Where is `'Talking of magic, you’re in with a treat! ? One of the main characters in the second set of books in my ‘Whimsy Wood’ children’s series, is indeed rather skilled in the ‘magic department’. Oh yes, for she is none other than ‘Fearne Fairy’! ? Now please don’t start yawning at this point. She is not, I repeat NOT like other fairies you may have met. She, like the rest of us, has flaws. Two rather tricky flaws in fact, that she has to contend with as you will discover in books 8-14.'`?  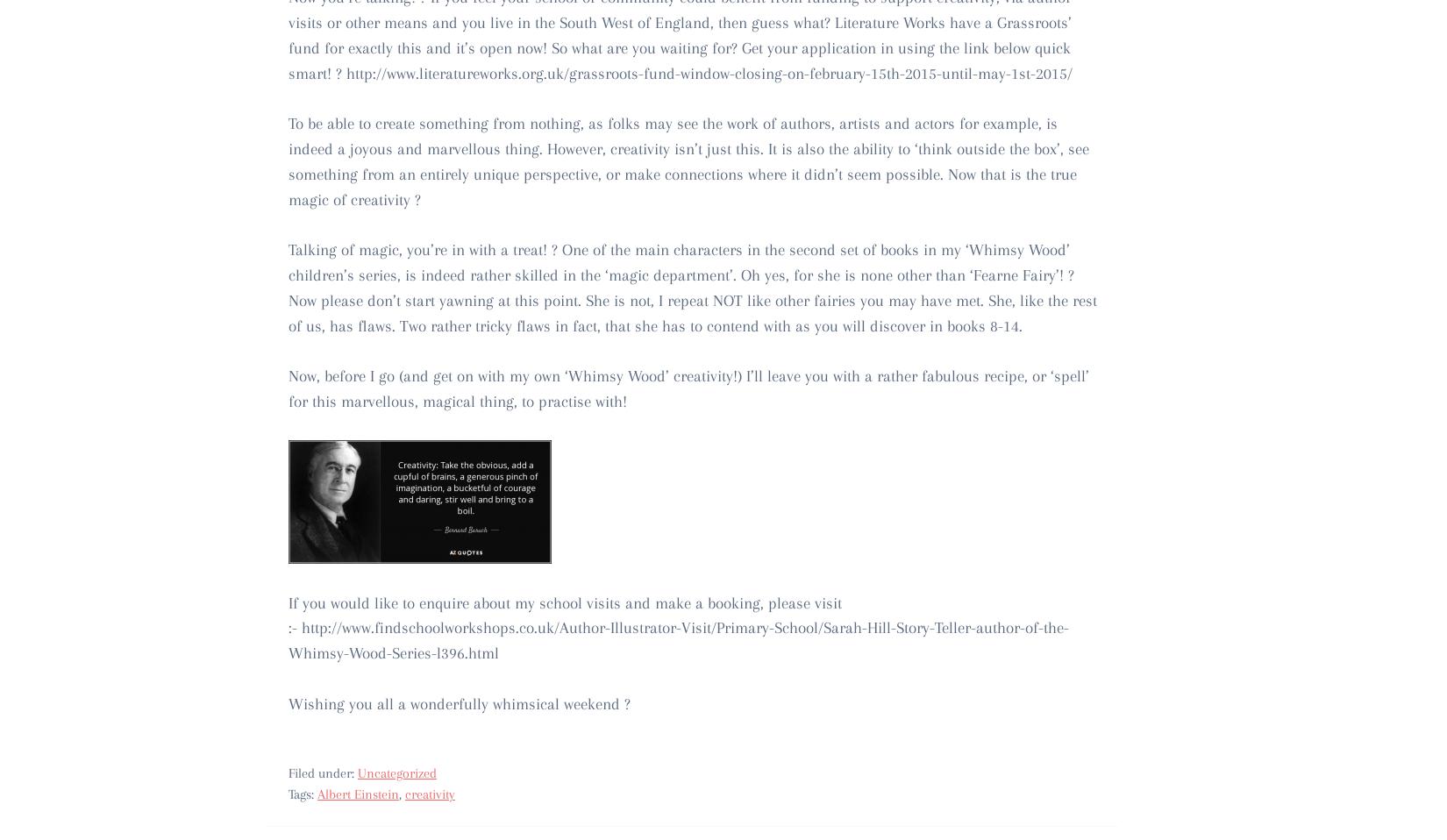
'Talking of magic, you’re in with a treat! ? One of the main characters in the second set of books in my ‘Whimsy Wood’ children’s series, is indeed rather skilled in the ‘magic department’. Oh yes, for she is none other than ‘Fearne Fairy’! ? Now please don’t start yawning at this point. She is not, I repeat NOT like other fairies you may have met. She, like the rest of us, has flaws. Two rather tricky flaws in fact, that she has to contend with as you will discover in books 8-14.' is located at coordinates (692, 286).